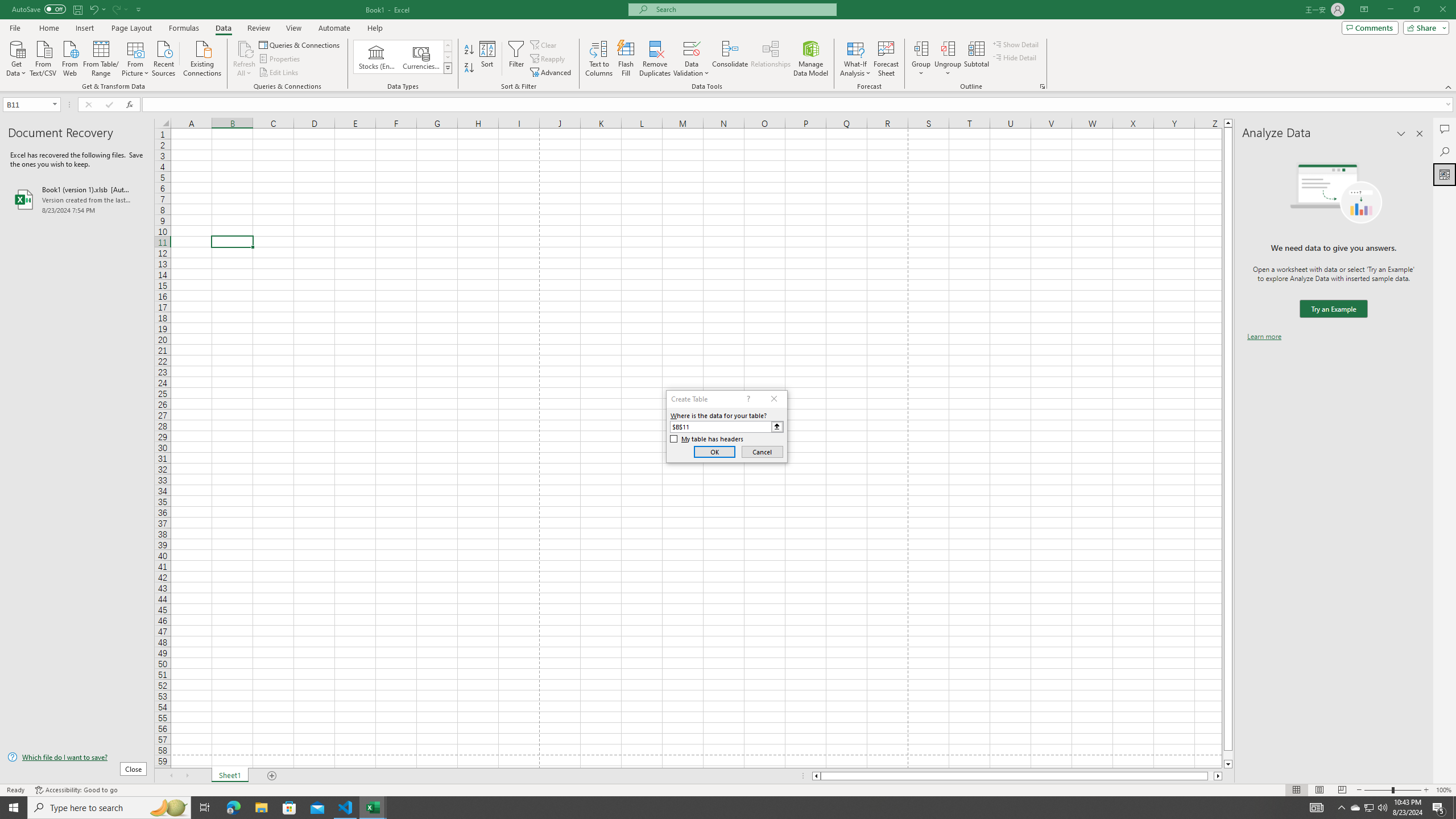 The height and width of the screenshot is (819, 1456). What do you see at coordinates (730, 59) in the screenshot?
I see `'Consolidate...'` at bounding box center [730, 59].